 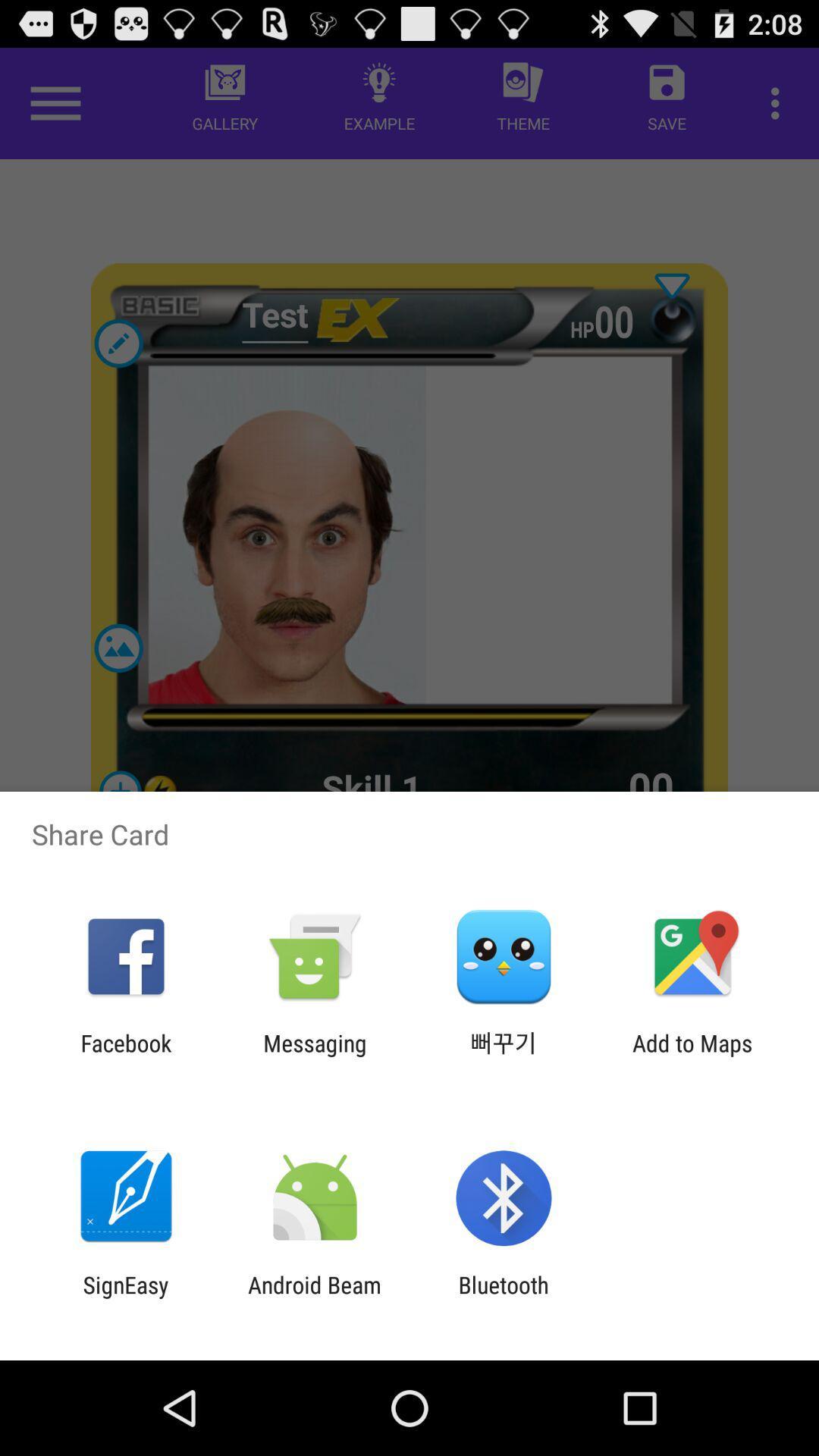 What do you see at coordinates (314, 1298) in the screenshot?
I see `item to the left of the bluetooth app` at bounding box center [314, 1298].